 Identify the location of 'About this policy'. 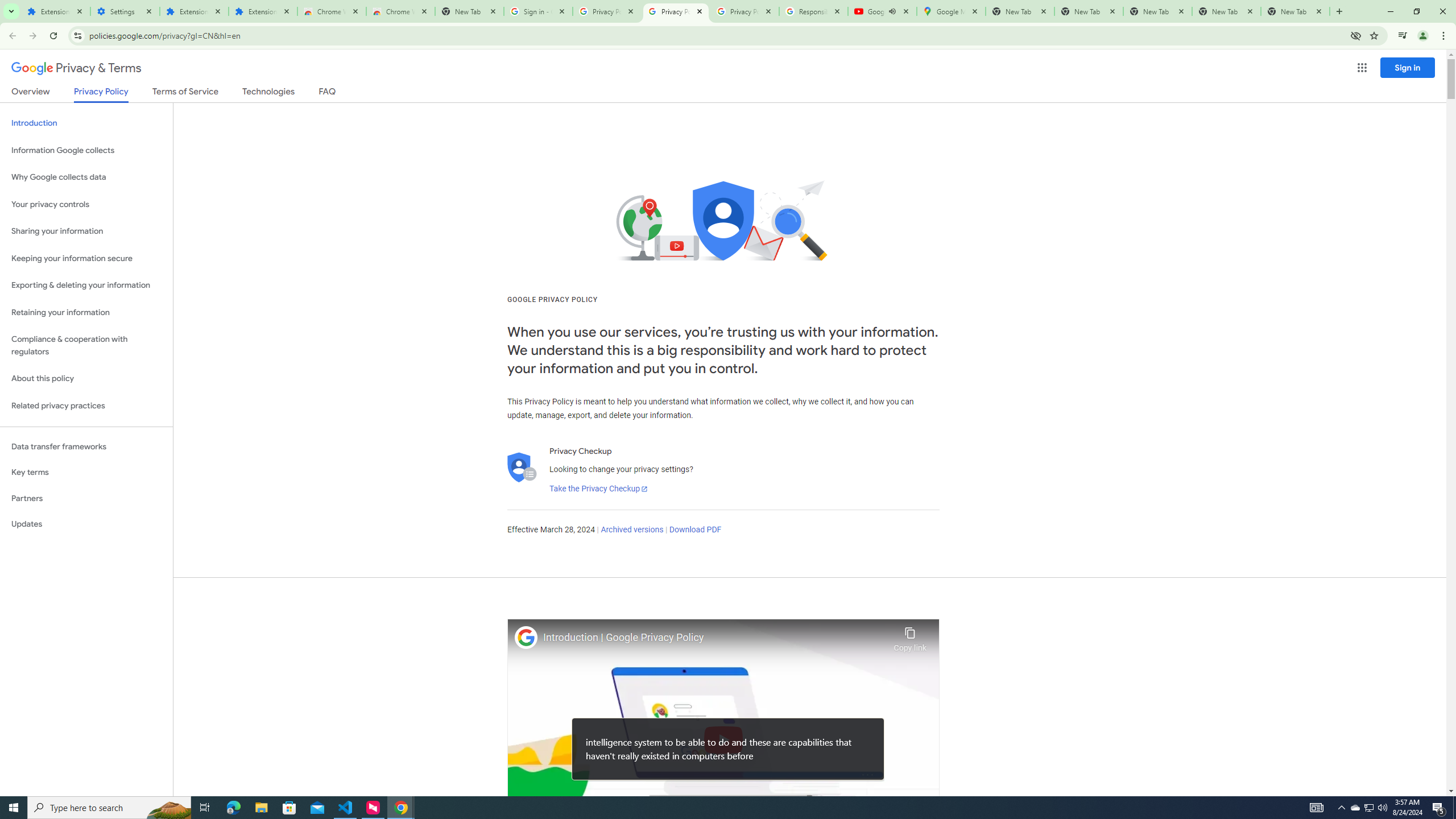
(86, 379).